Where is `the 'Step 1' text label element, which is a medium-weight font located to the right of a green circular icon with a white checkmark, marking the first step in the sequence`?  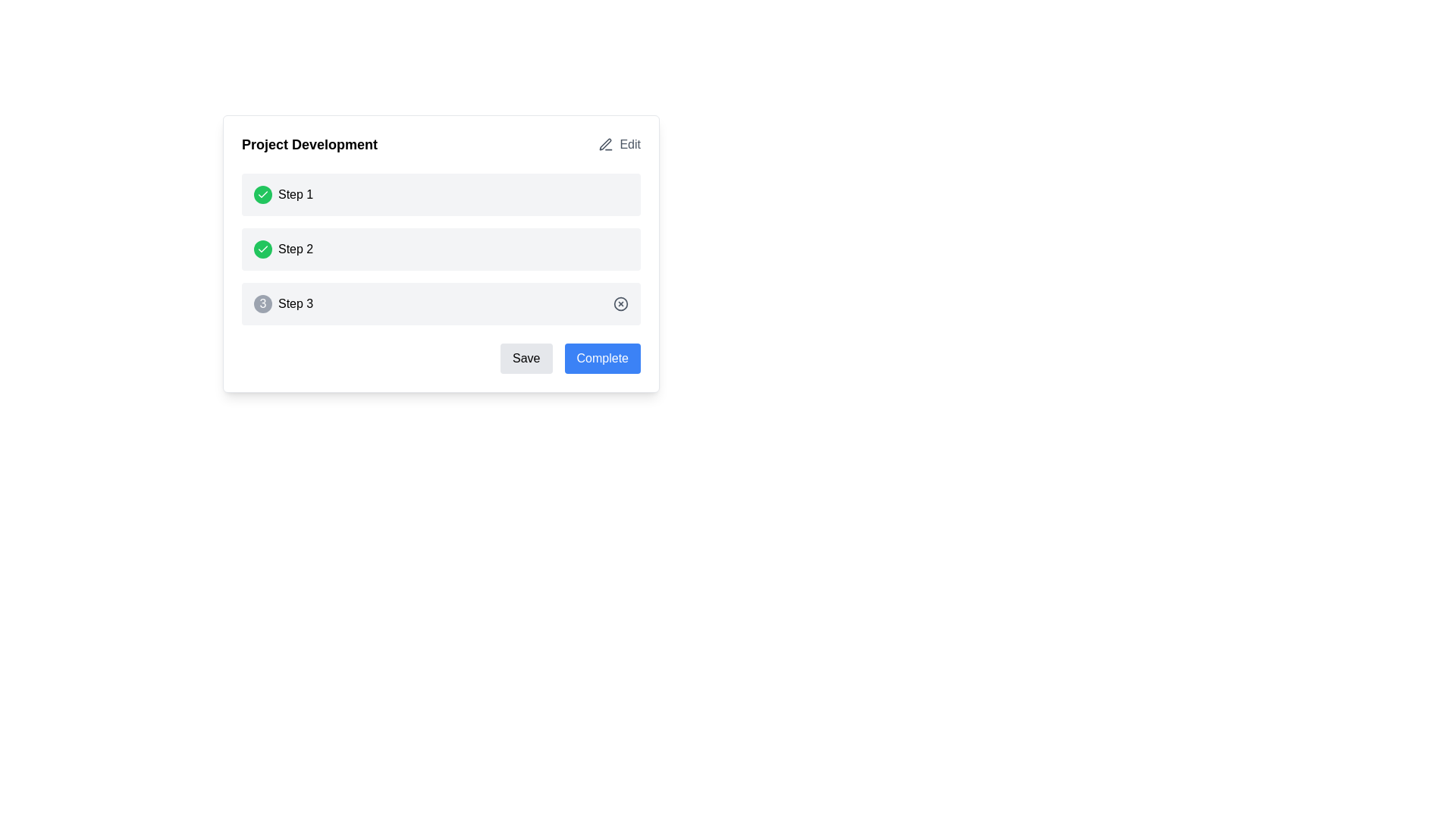
the 'Step 1' text label element, which is a medium-weight font located to the right of a green circular icon with a white checkmark, marking the first step in the sequence is located at coordinates (296, 194).